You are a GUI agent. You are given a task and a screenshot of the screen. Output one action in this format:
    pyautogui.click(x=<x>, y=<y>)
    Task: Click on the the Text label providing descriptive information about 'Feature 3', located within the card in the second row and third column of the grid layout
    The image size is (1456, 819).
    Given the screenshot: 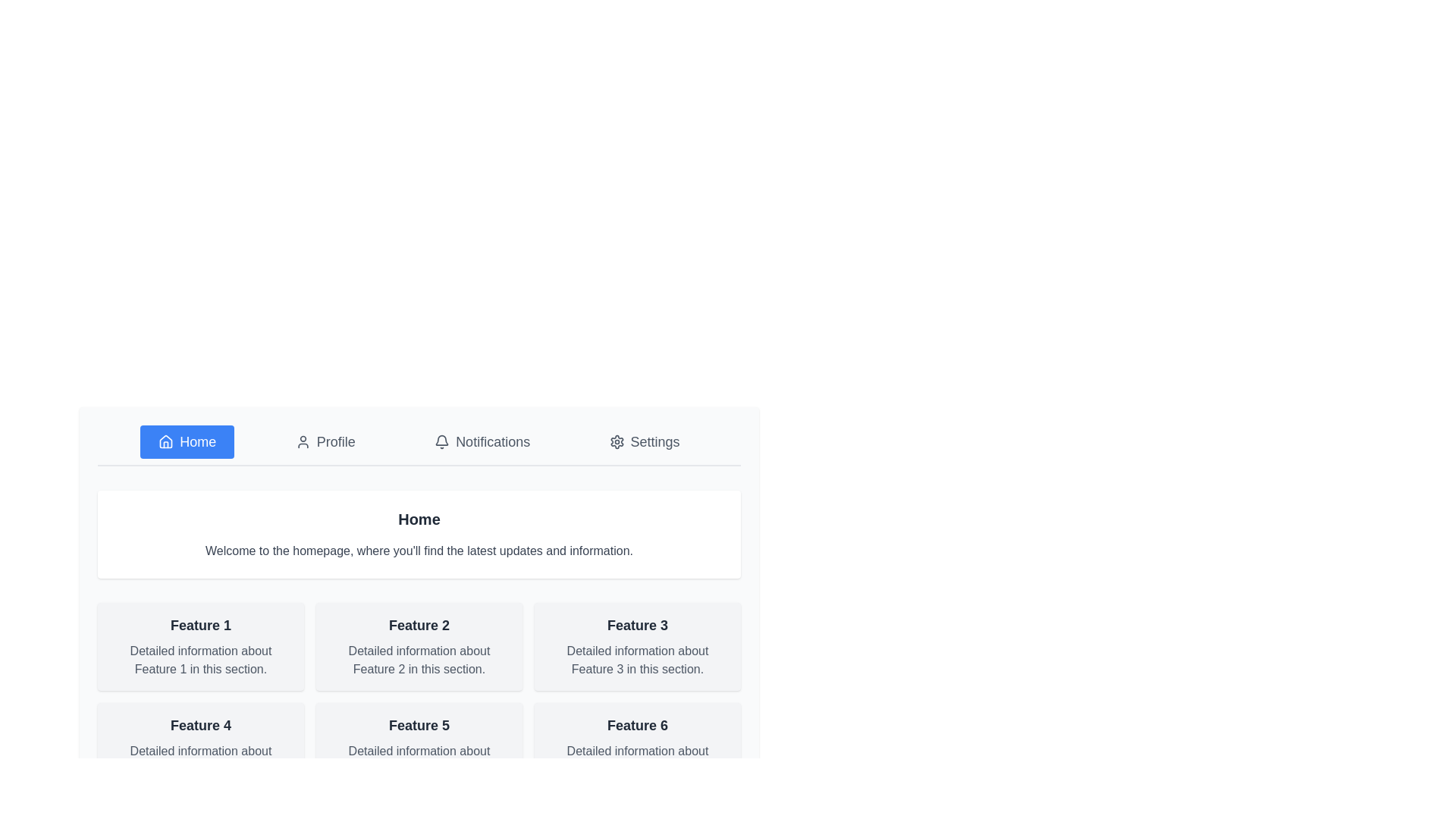 What is the action you would take?
    pyautogui.click(x=637, y=660)
    